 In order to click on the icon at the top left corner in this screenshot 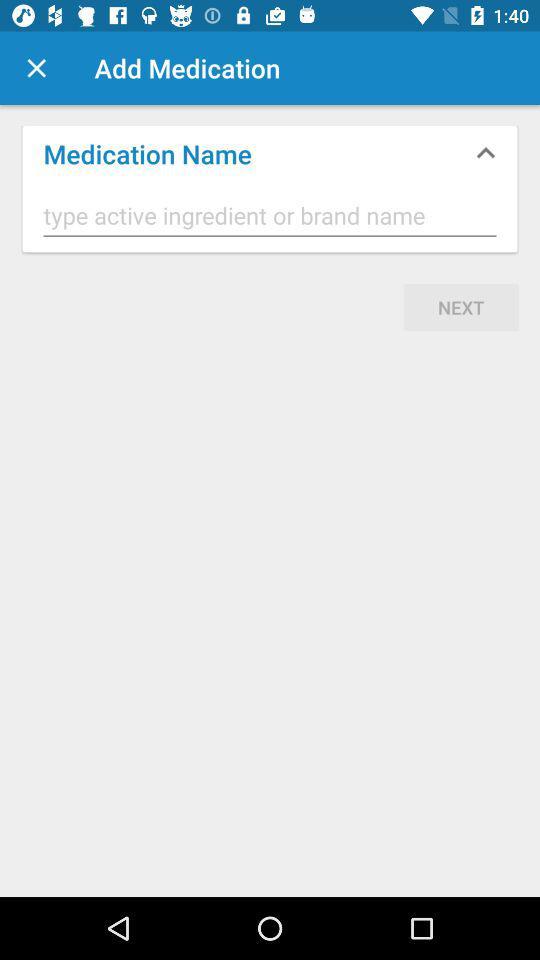, I will do `click(36, 68)`.